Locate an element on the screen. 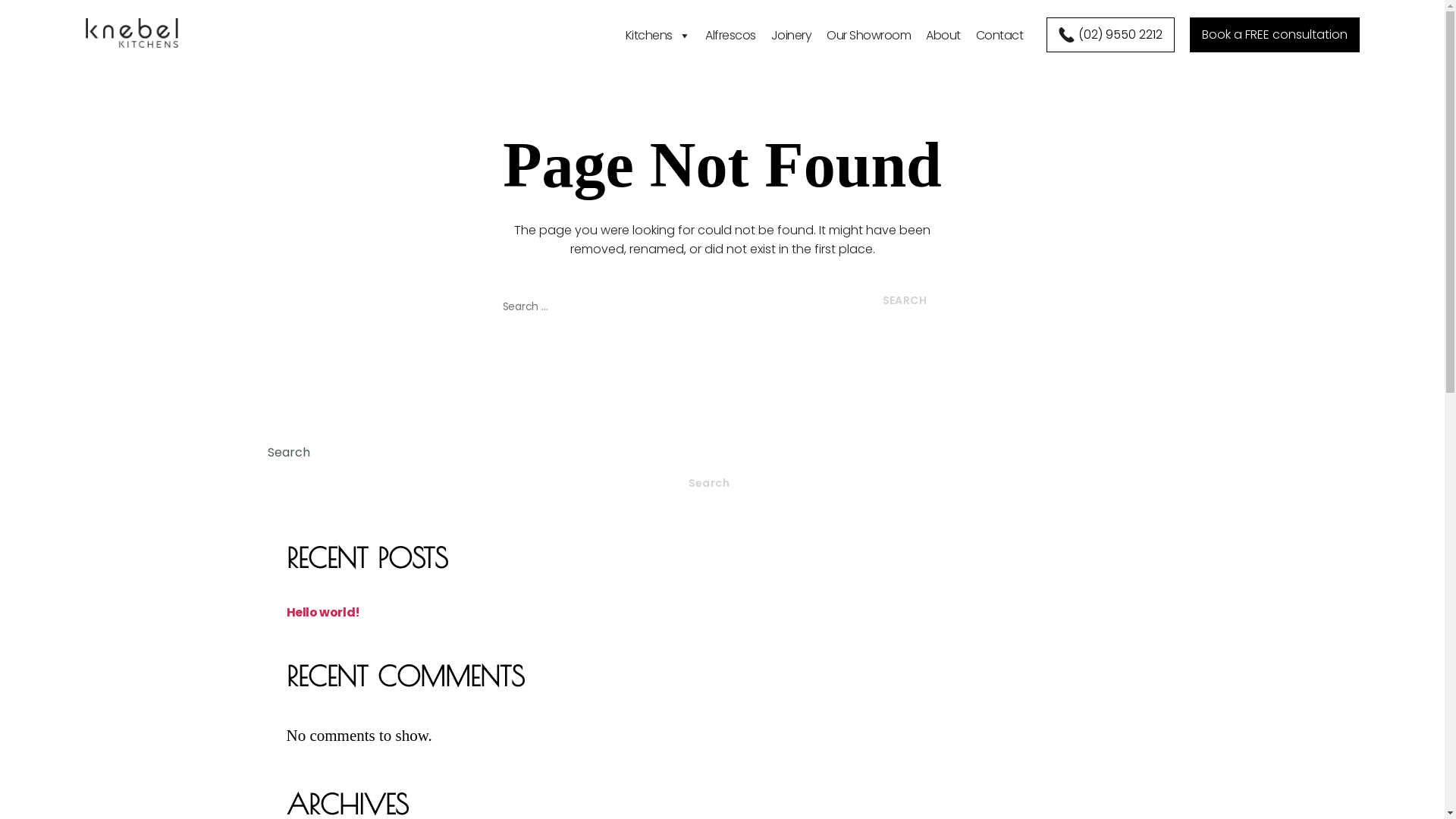  'Kitchens' is located at coordinates (618, 30).